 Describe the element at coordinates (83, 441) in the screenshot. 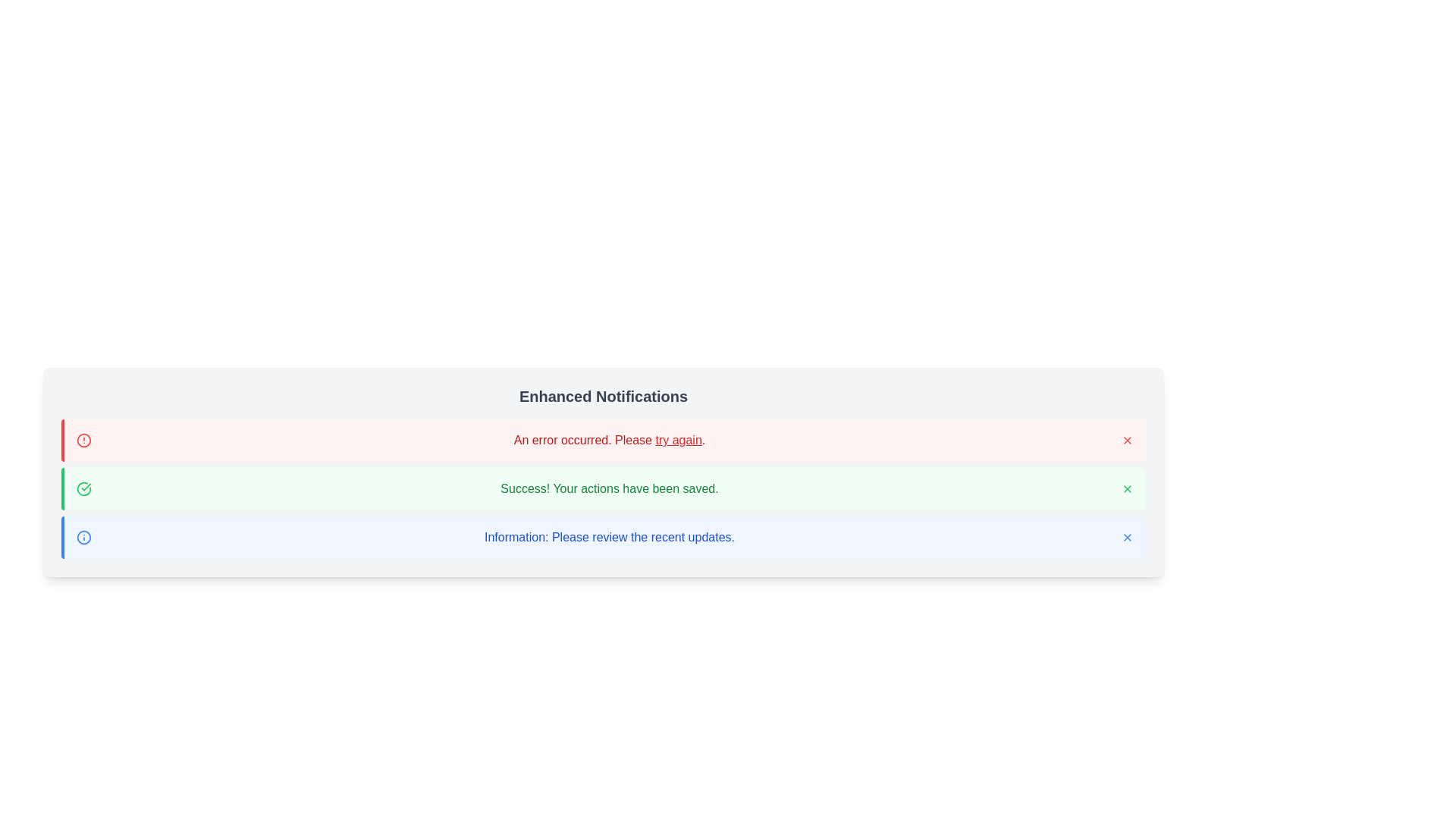

I see `the circular SVG icon that symbolizes an alert or error, located at the start of the error notification with a red background, next to the message 'An error occurred. Please try again.'` at that location.